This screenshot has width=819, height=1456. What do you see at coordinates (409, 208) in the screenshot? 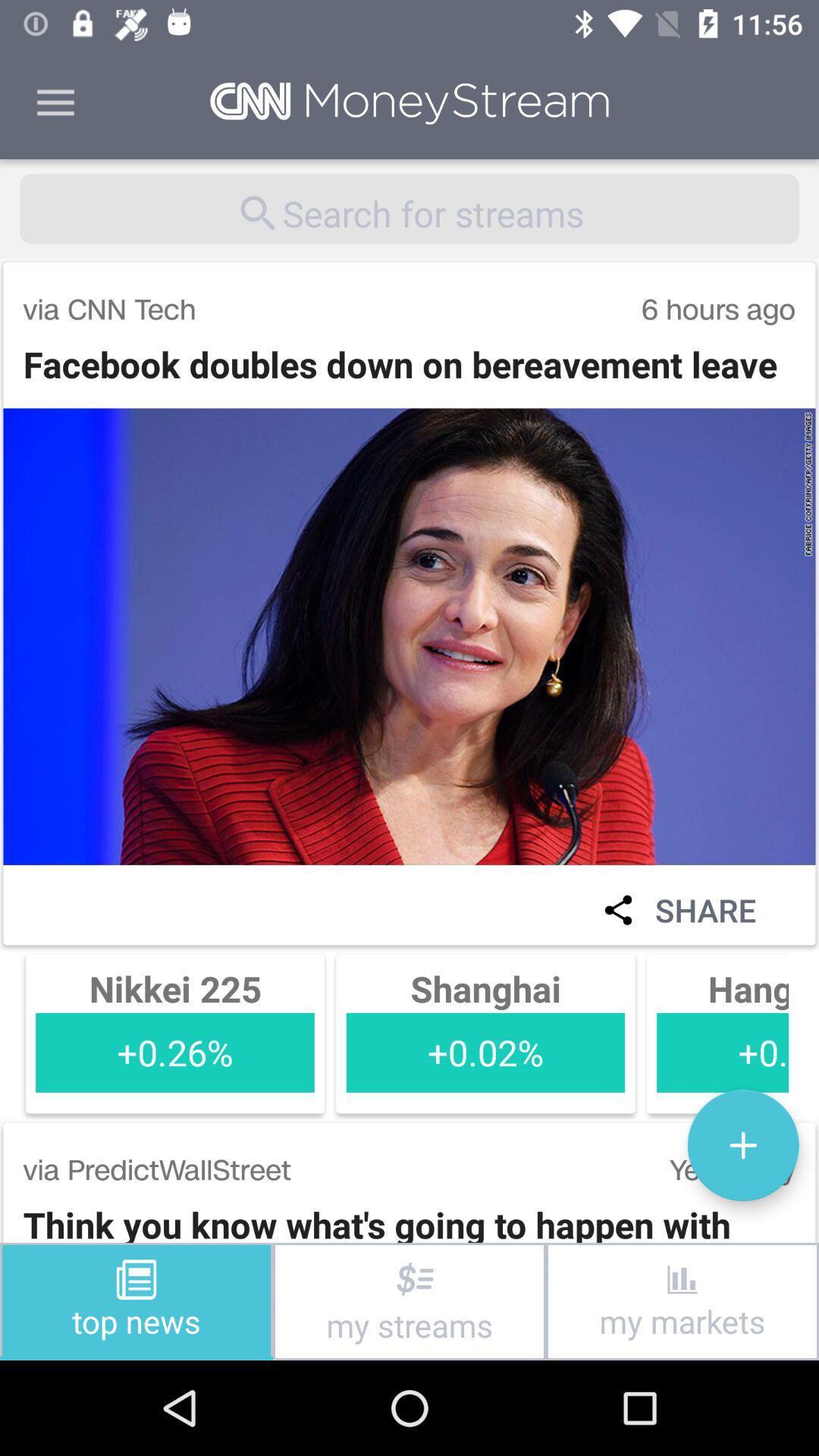
I see `search bar` at bounding box center [409, 208].